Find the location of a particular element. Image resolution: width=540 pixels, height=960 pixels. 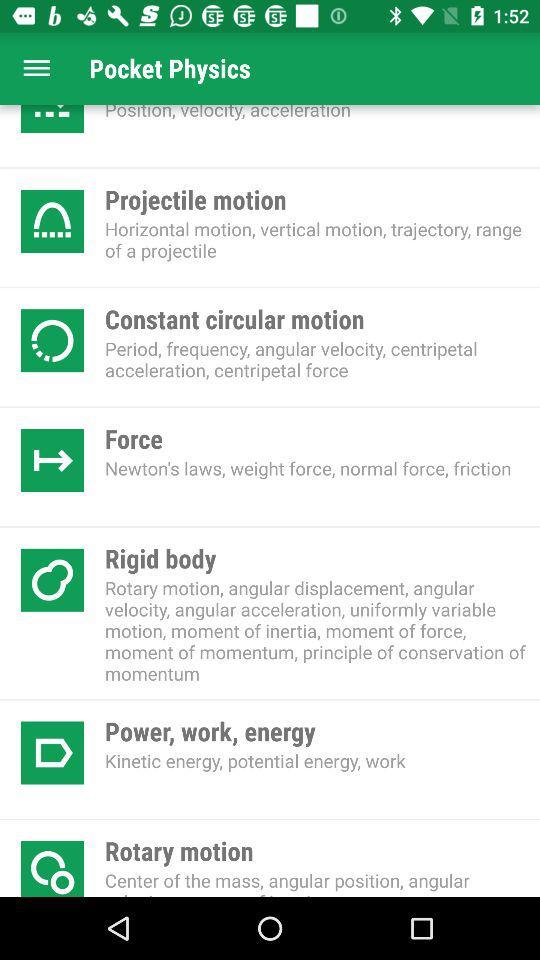

open menu is located at coordinates (36, 68).